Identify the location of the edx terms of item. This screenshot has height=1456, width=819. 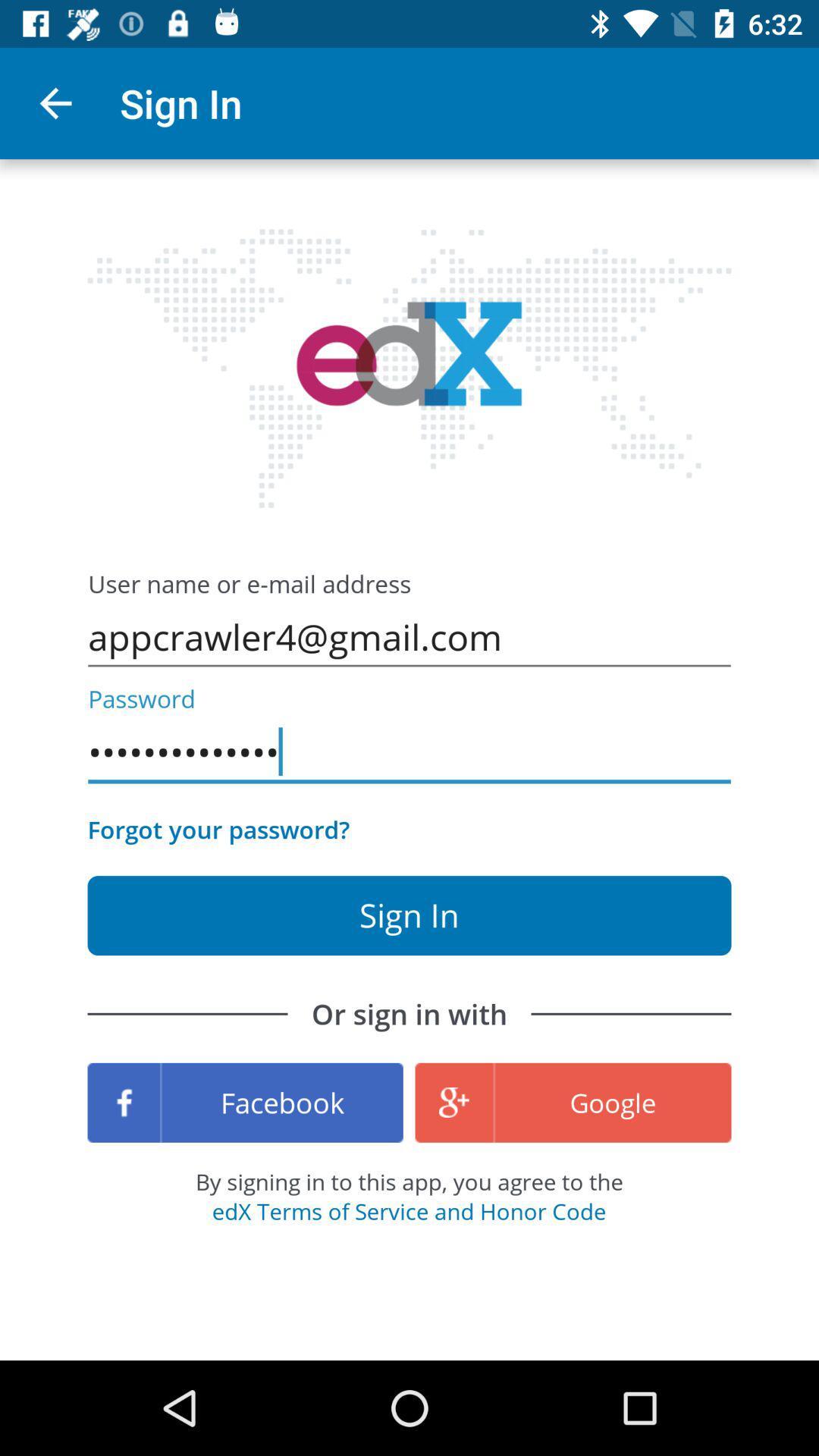
(408, 1210).